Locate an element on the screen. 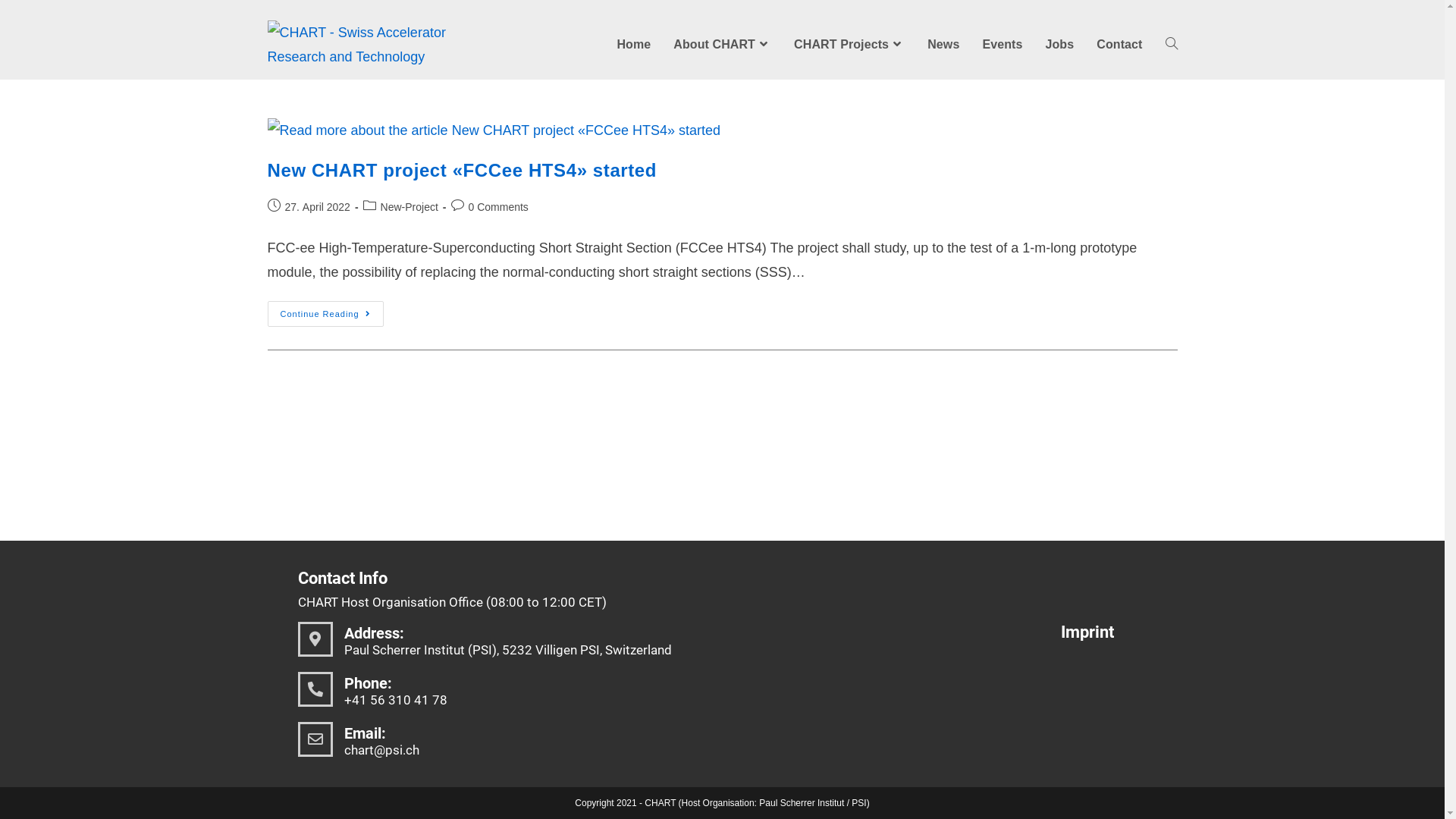  'Jobs' is located at coordinates (1058, 43).